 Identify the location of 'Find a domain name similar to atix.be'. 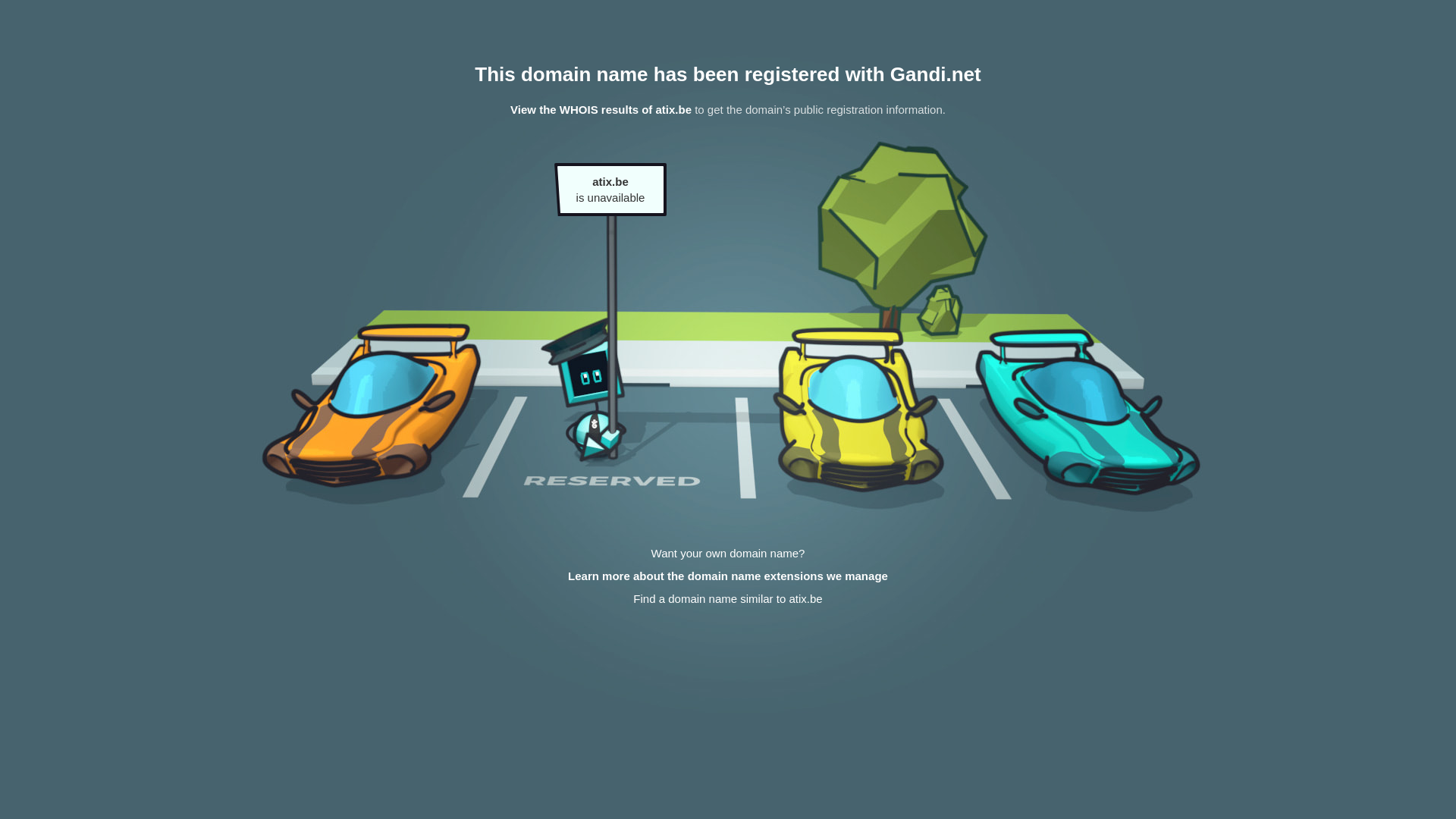
(726, 598).